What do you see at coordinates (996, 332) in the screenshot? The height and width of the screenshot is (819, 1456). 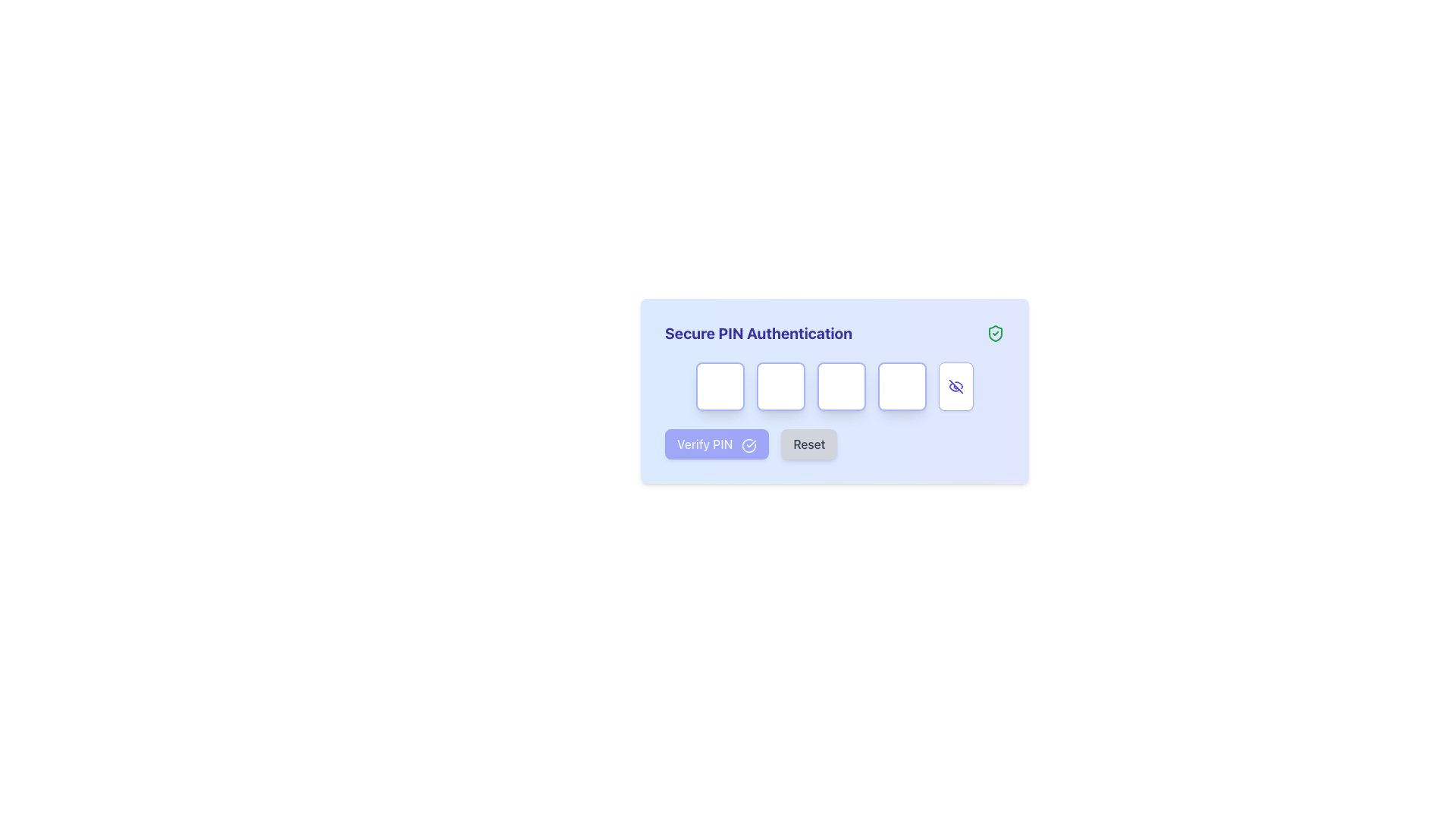 I see `the shield-shaped icon with a green outline and a checkmark inside, located in the top right corner of the 'Secure PIN Authentication' section` at bounding box center [996, 332].